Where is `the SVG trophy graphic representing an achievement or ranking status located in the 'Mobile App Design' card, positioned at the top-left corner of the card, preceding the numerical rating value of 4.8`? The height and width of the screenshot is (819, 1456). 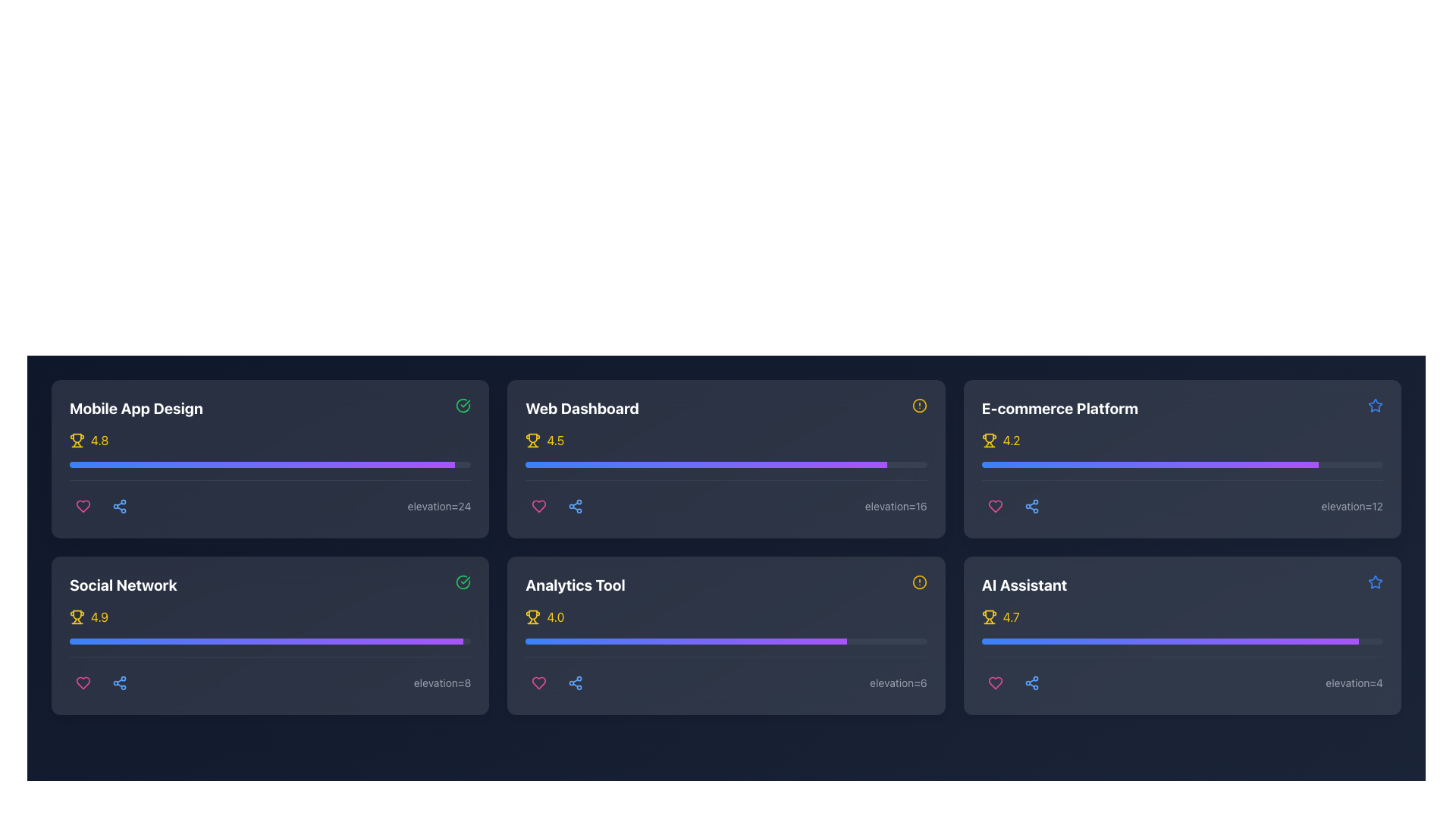 the SVG trophy graphic representing an achievement or ranking status located in the 'Mobile App Design' card, positioned at the top-left corner of the card, preceding the numerical rating value of 4.8 is located at coordinates (76, 438).